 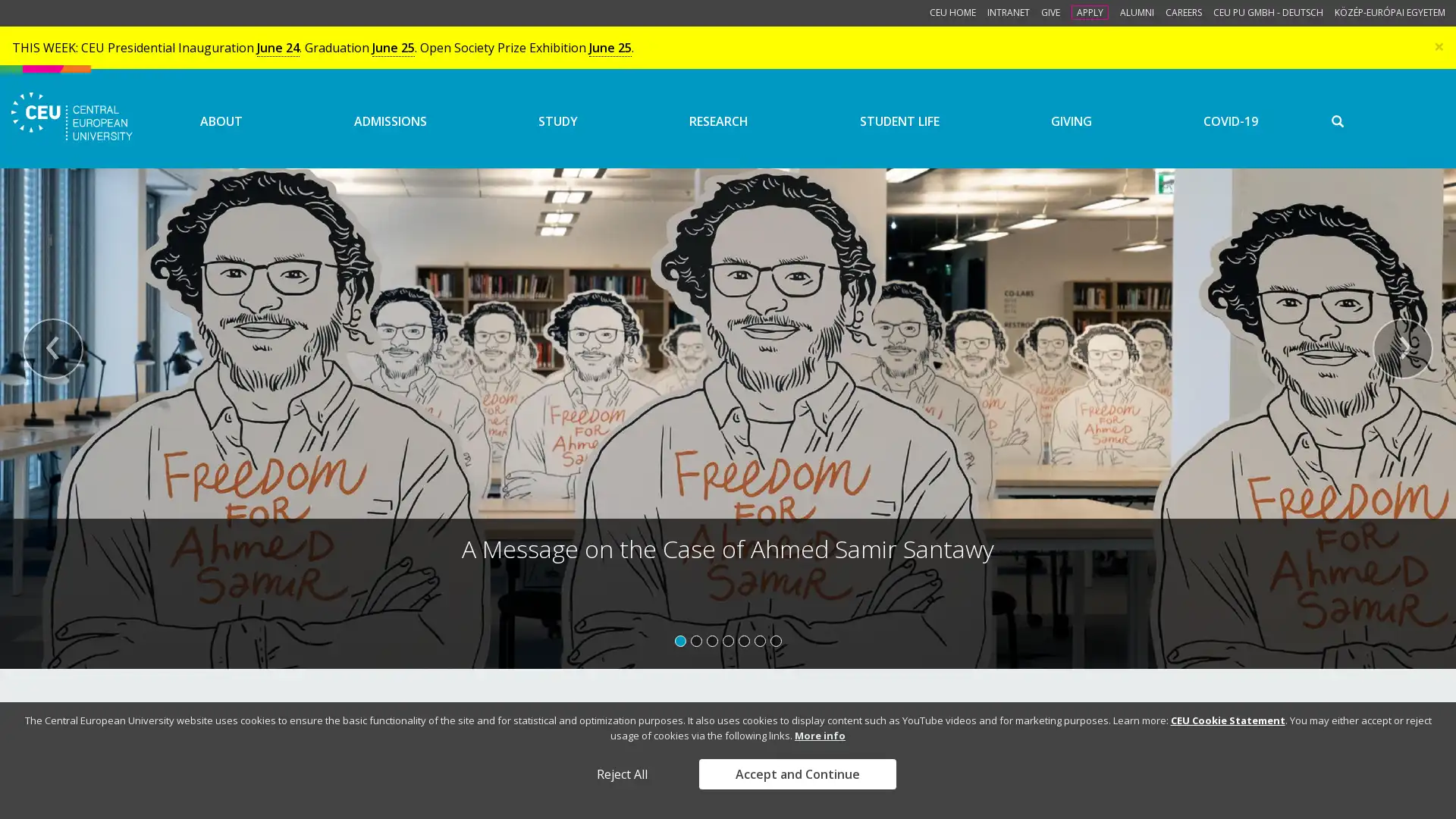 I want to click on Accept and Continue, so click(x=796, y=774).